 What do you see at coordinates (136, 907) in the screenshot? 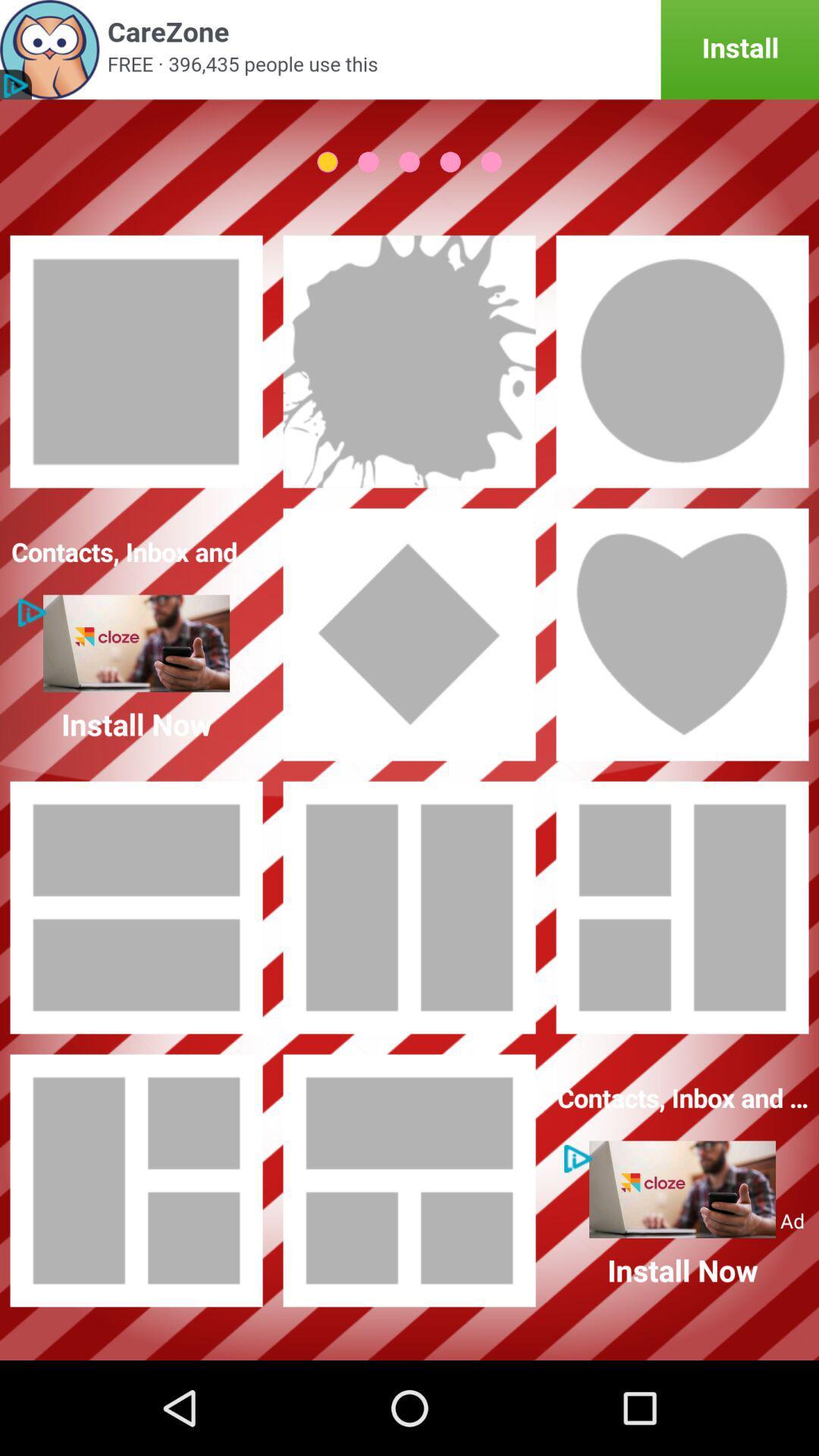
I see `select shape` at bounding box center [136, 907].